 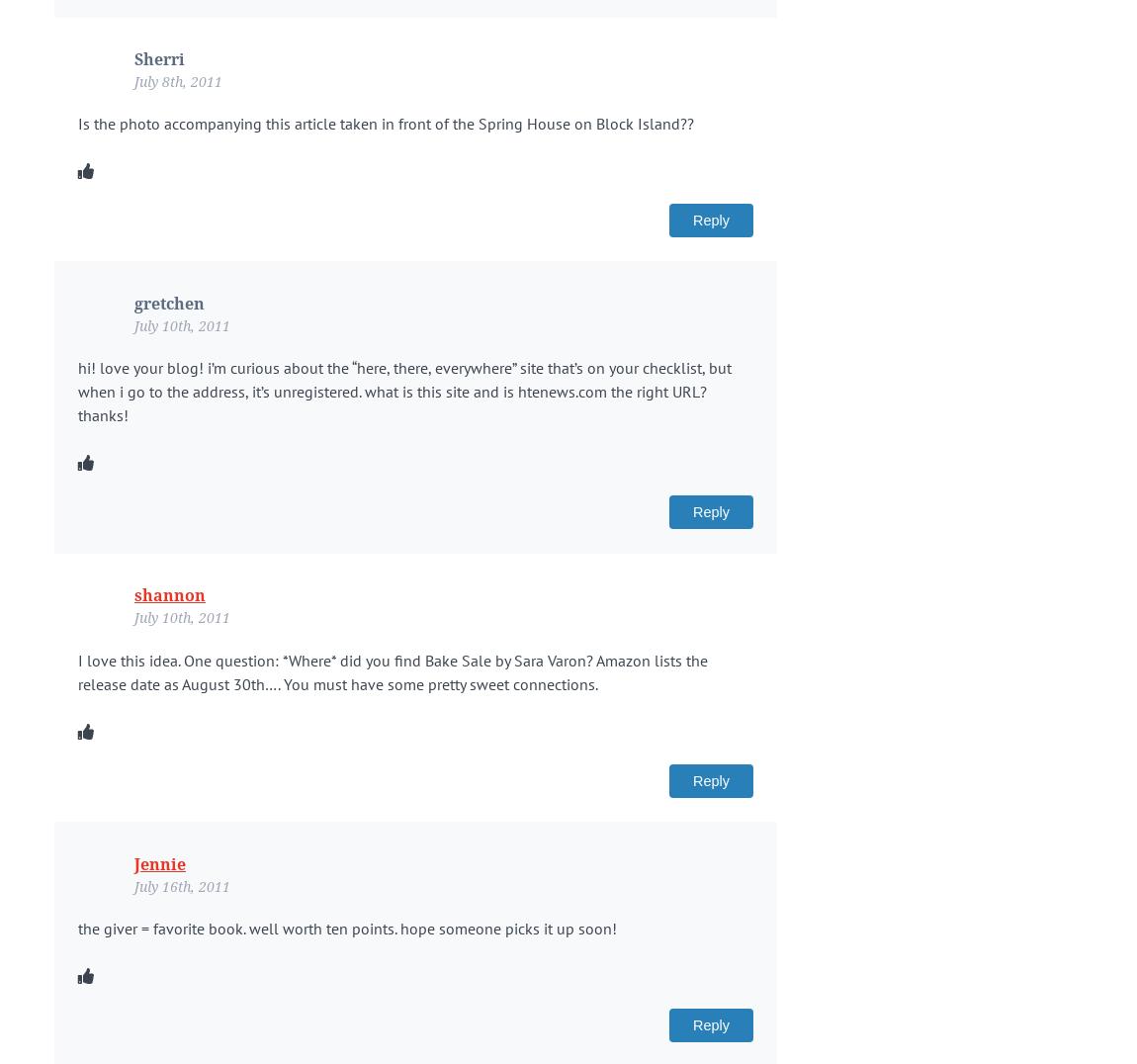 I want to click on 'the giver = favorite book. well worth ten points.  hope someone picks it up soon!', so click(x=347, y=926).